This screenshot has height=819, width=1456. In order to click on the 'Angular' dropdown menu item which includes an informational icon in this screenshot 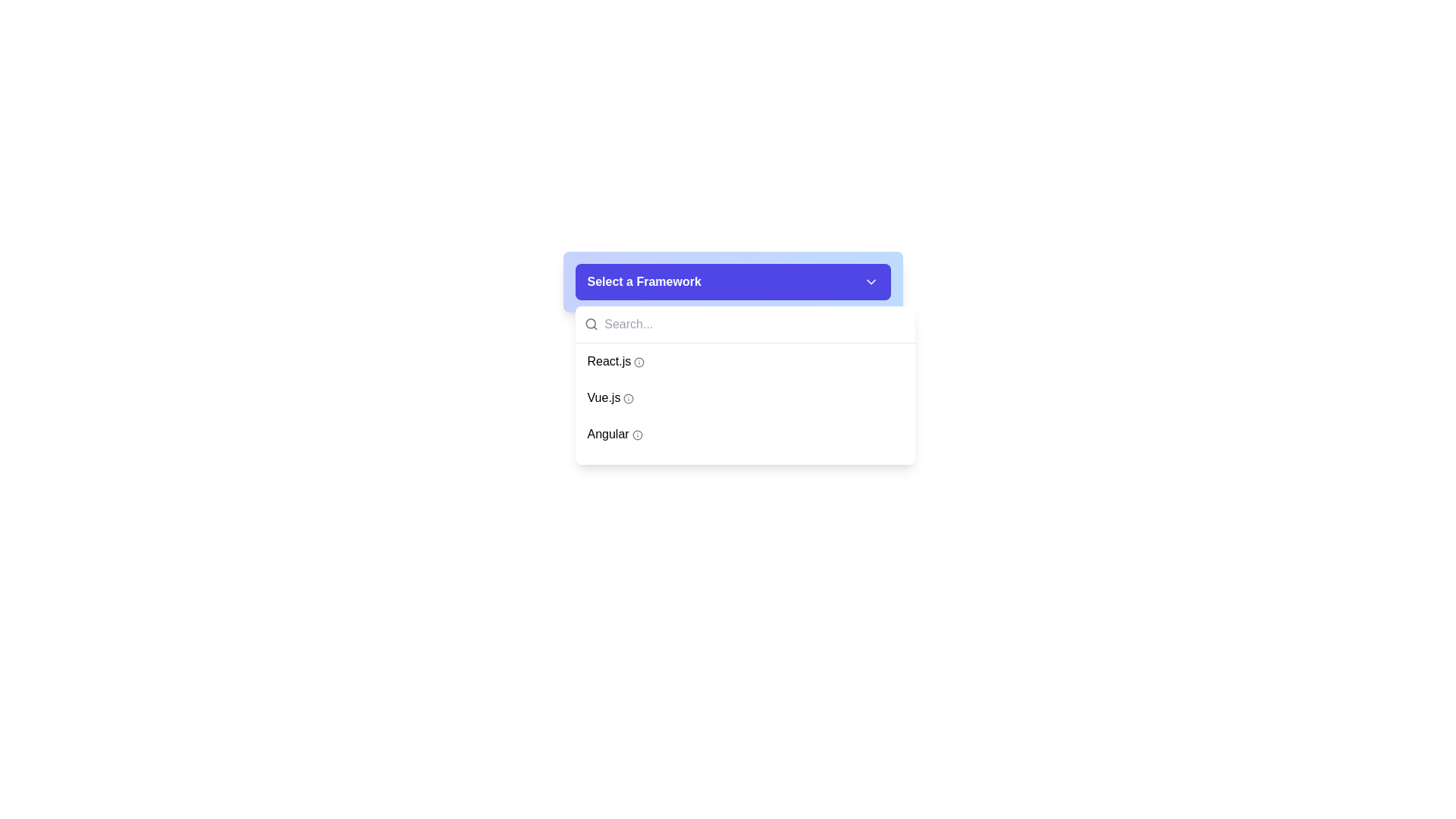, I will do `click(615, 435)`.